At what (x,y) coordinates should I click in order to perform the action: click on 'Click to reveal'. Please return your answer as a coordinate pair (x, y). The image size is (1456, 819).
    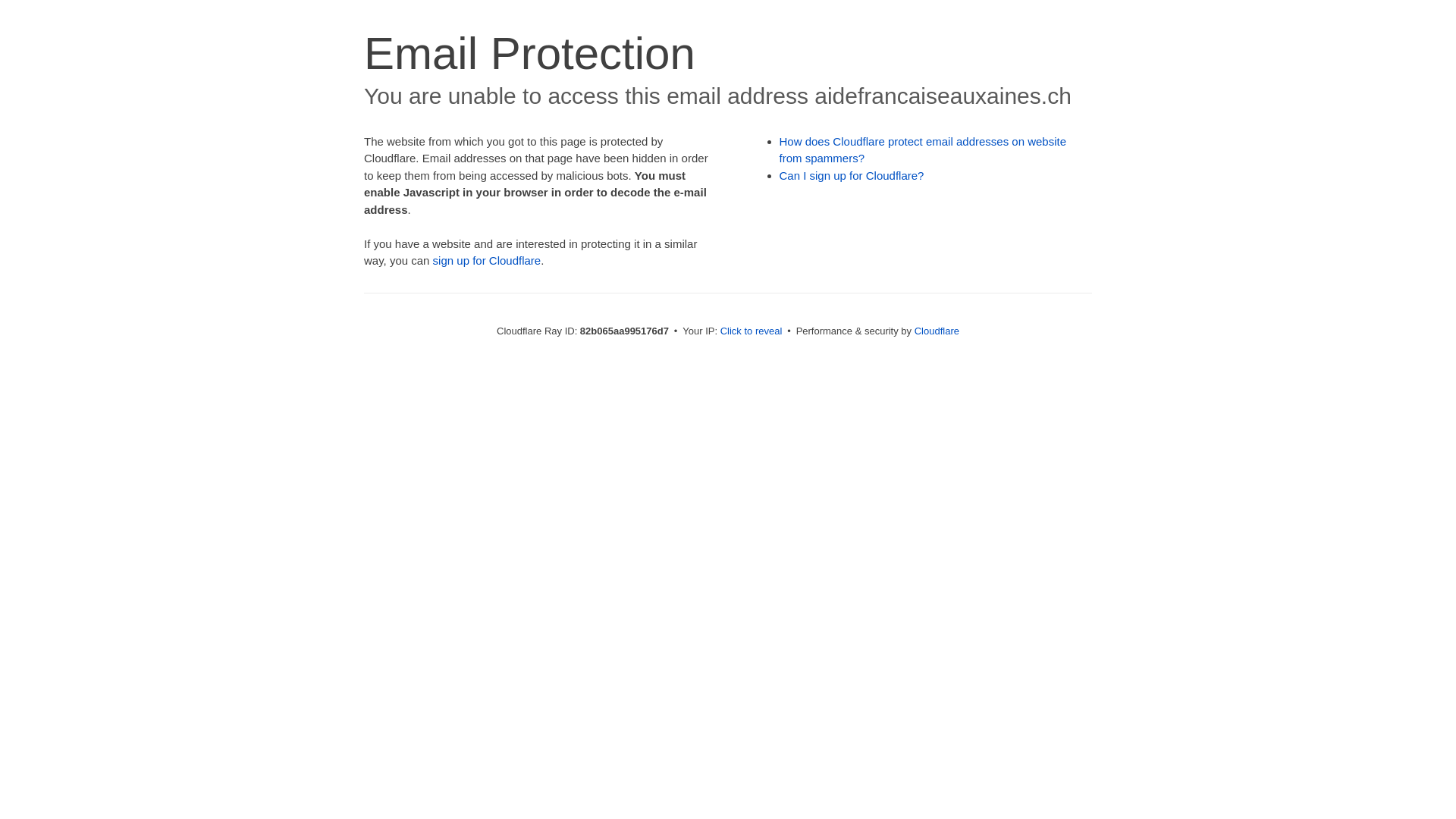
    Looking at the image, I should click on (751, 330).